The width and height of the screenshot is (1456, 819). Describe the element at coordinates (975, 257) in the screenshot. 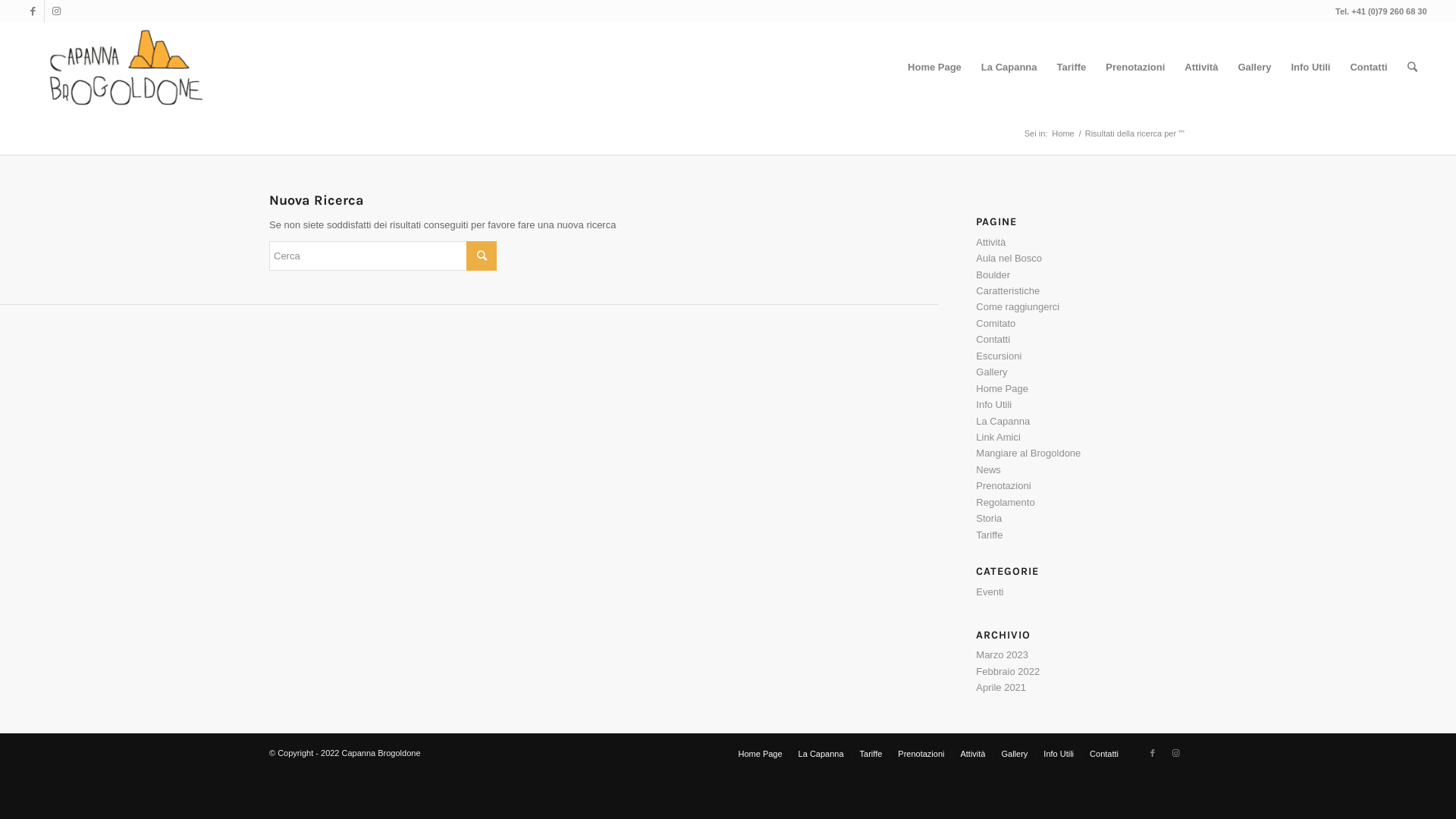

I see `'Aula nel Bosco'` at that location.